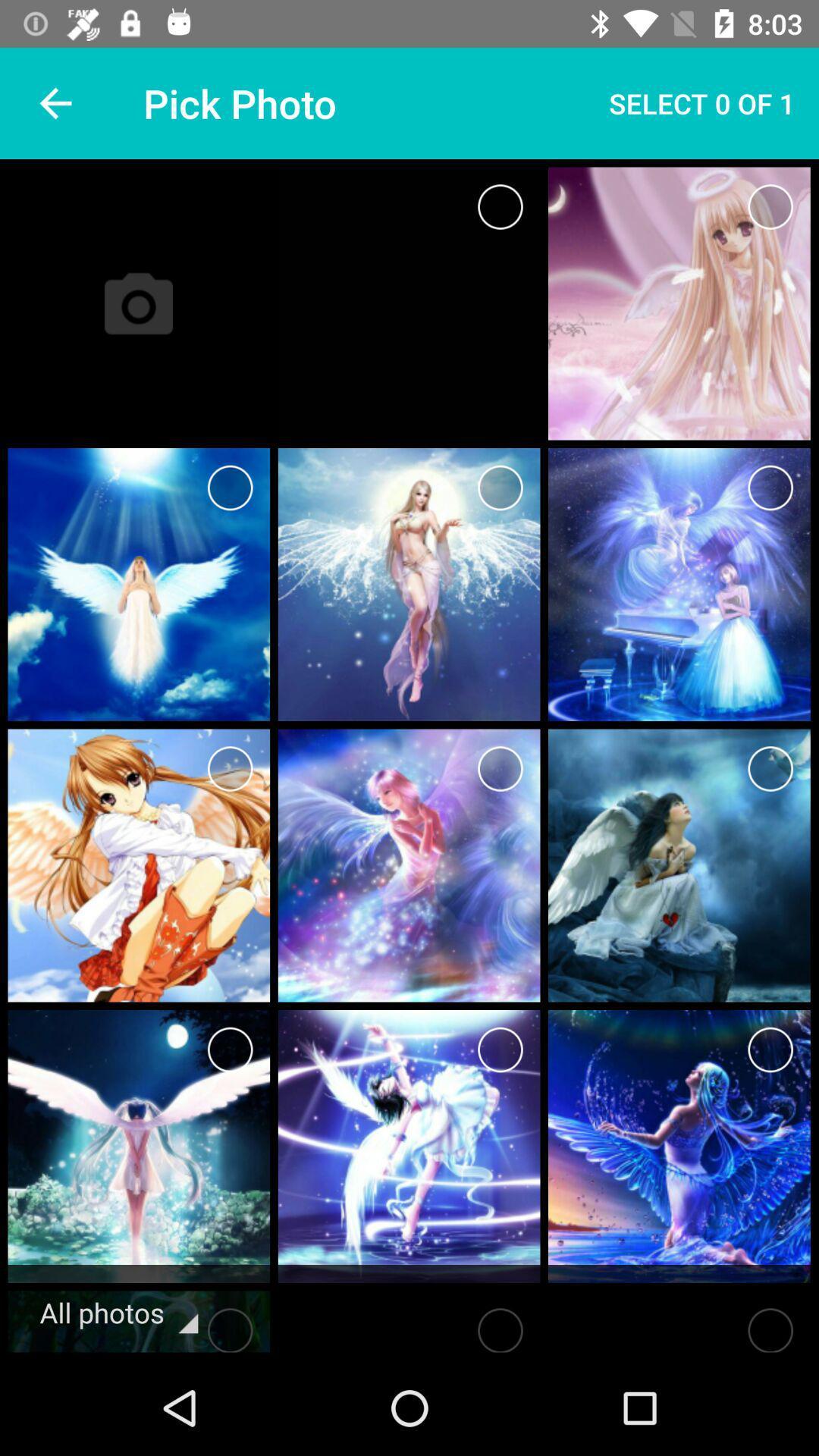 This screenshot has height=1456, width=819. Describe the element at coordinates (230, 1049) in the screenshot. I see `photo` at that location.